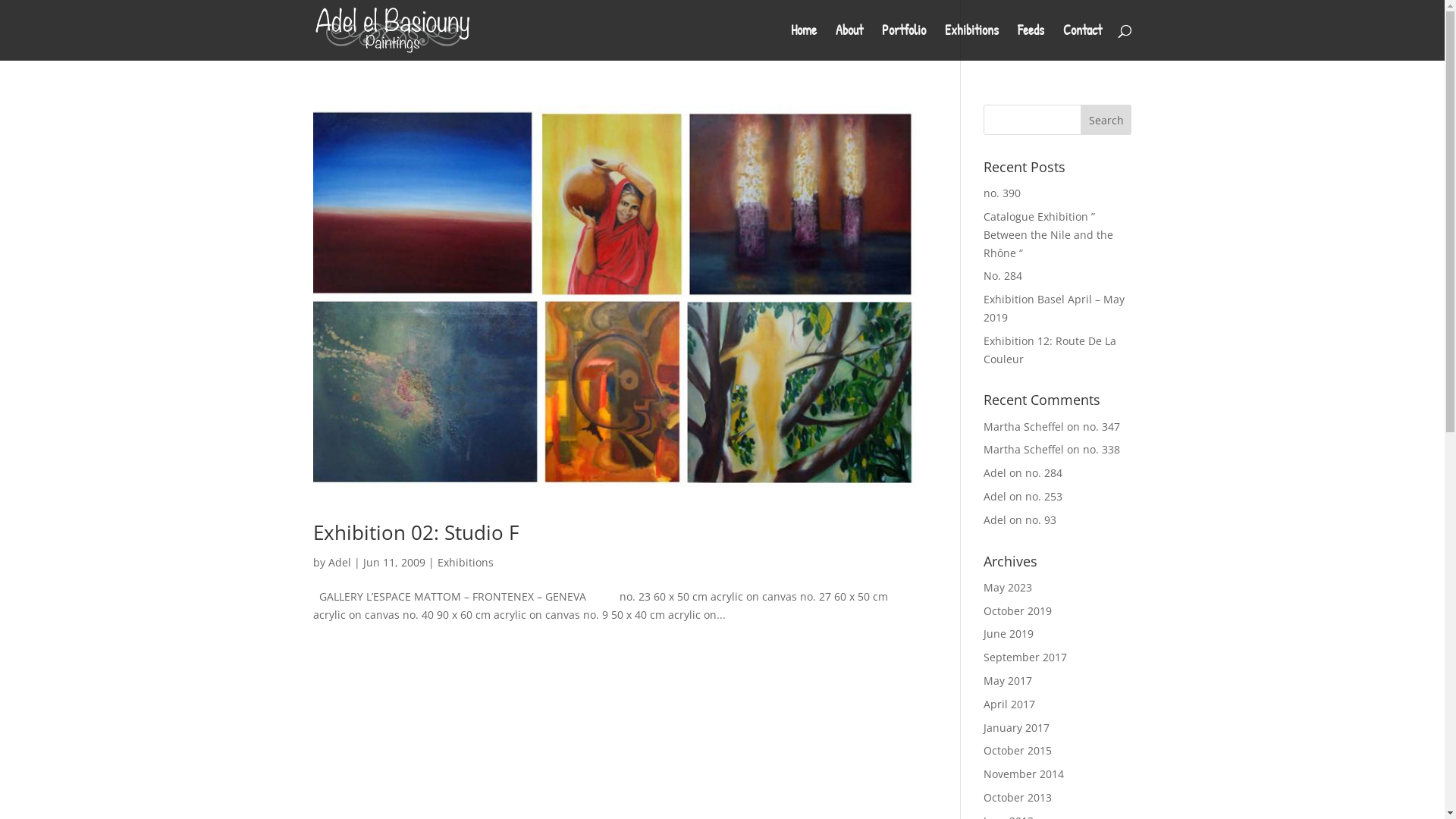 The width and height of the screenshot is (1456, 819). I want to click on 'About', so click(848, 42).